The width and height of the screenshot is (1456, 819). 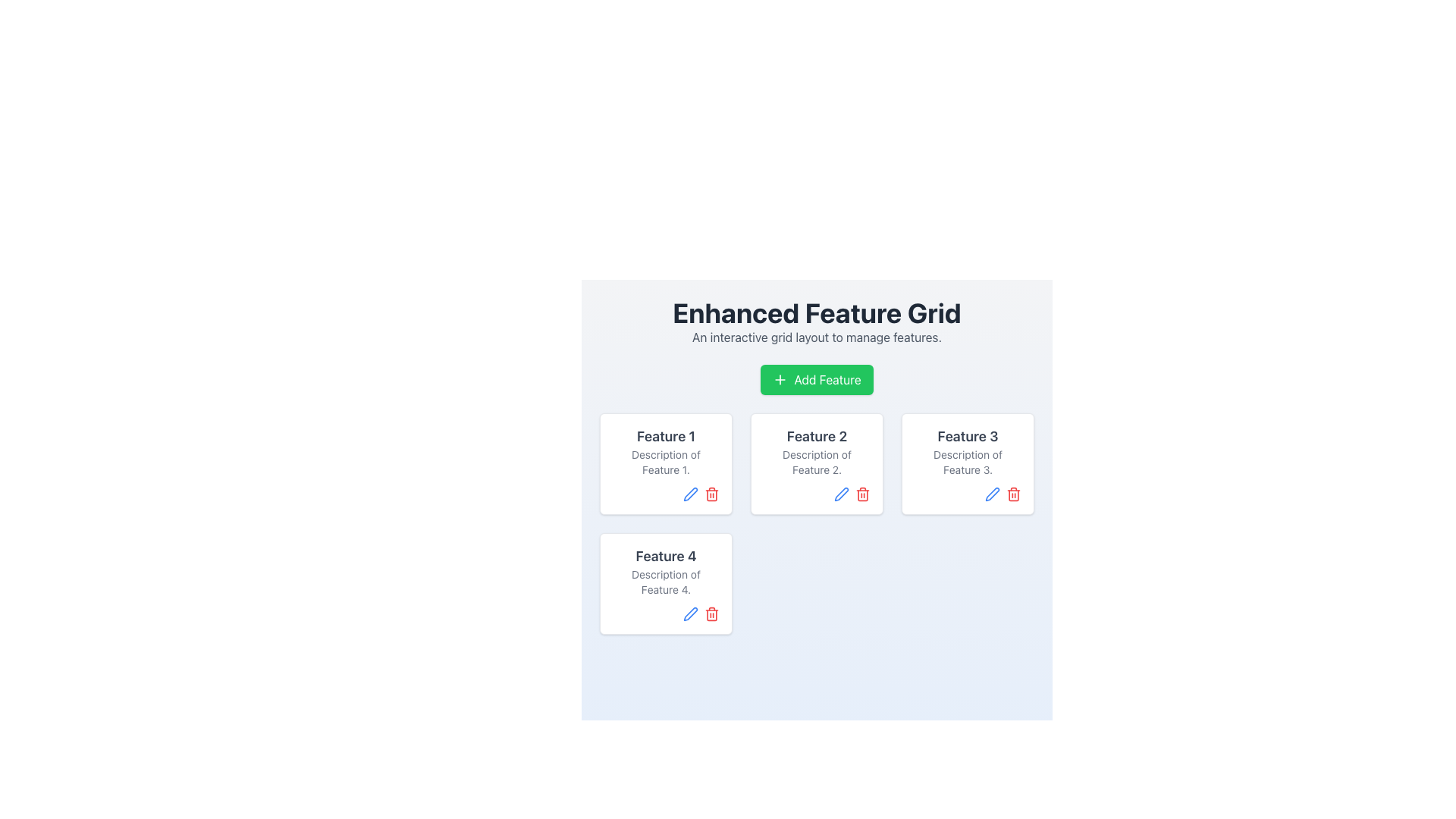 What do you see at coordinates (711, 614) in the screenshot?
I see `the delete button located at the bottom-right corner of the 'Feature 4' card` at bounding box center [711, 614].